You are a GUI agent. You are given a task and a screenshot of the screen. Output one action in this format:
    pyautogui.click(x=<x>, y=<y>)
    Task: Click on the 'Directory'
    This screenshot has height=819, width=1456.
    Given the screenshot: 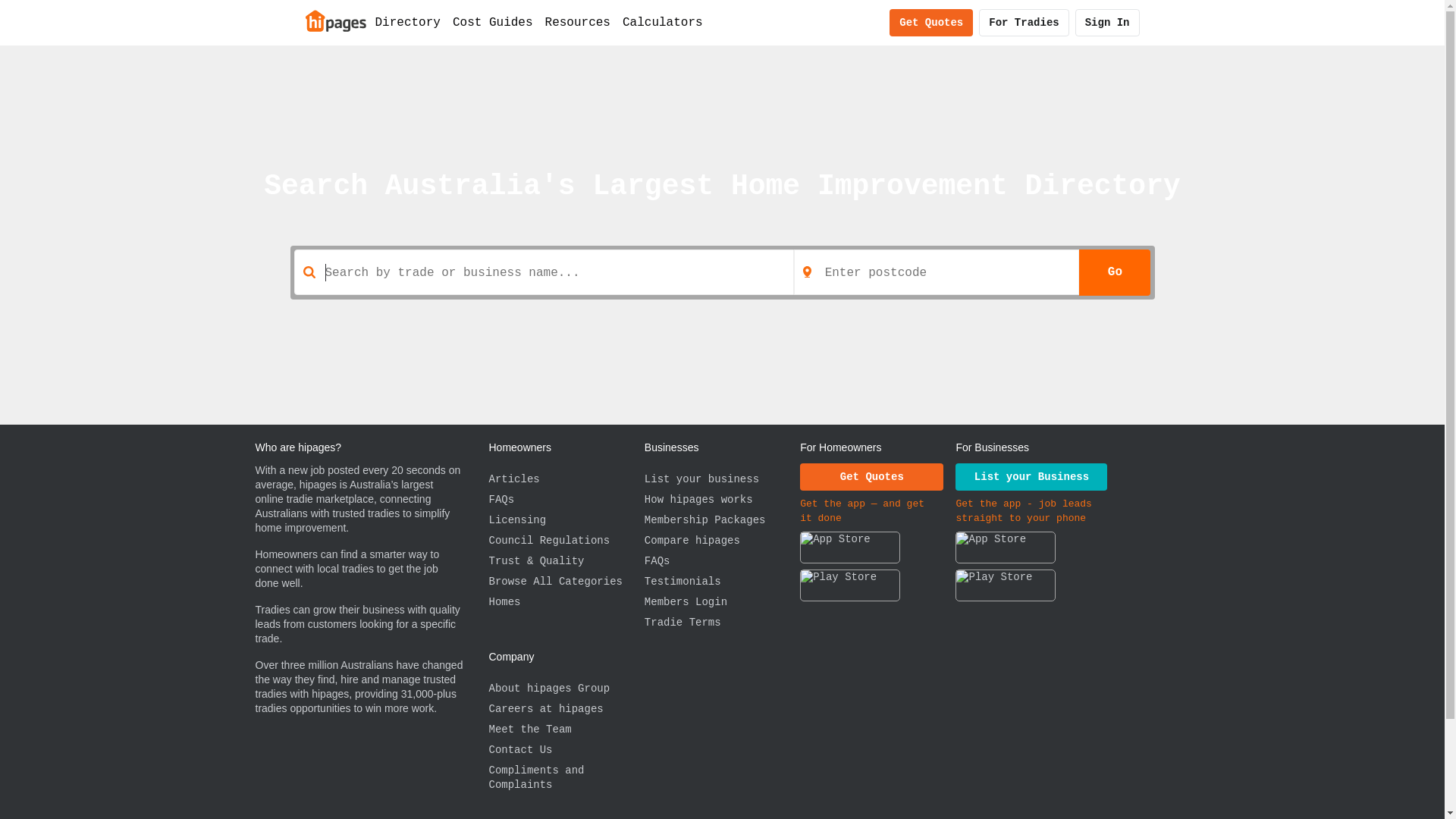 What is the action you would take?
    pyautogui.click(x=407, y=23)
    